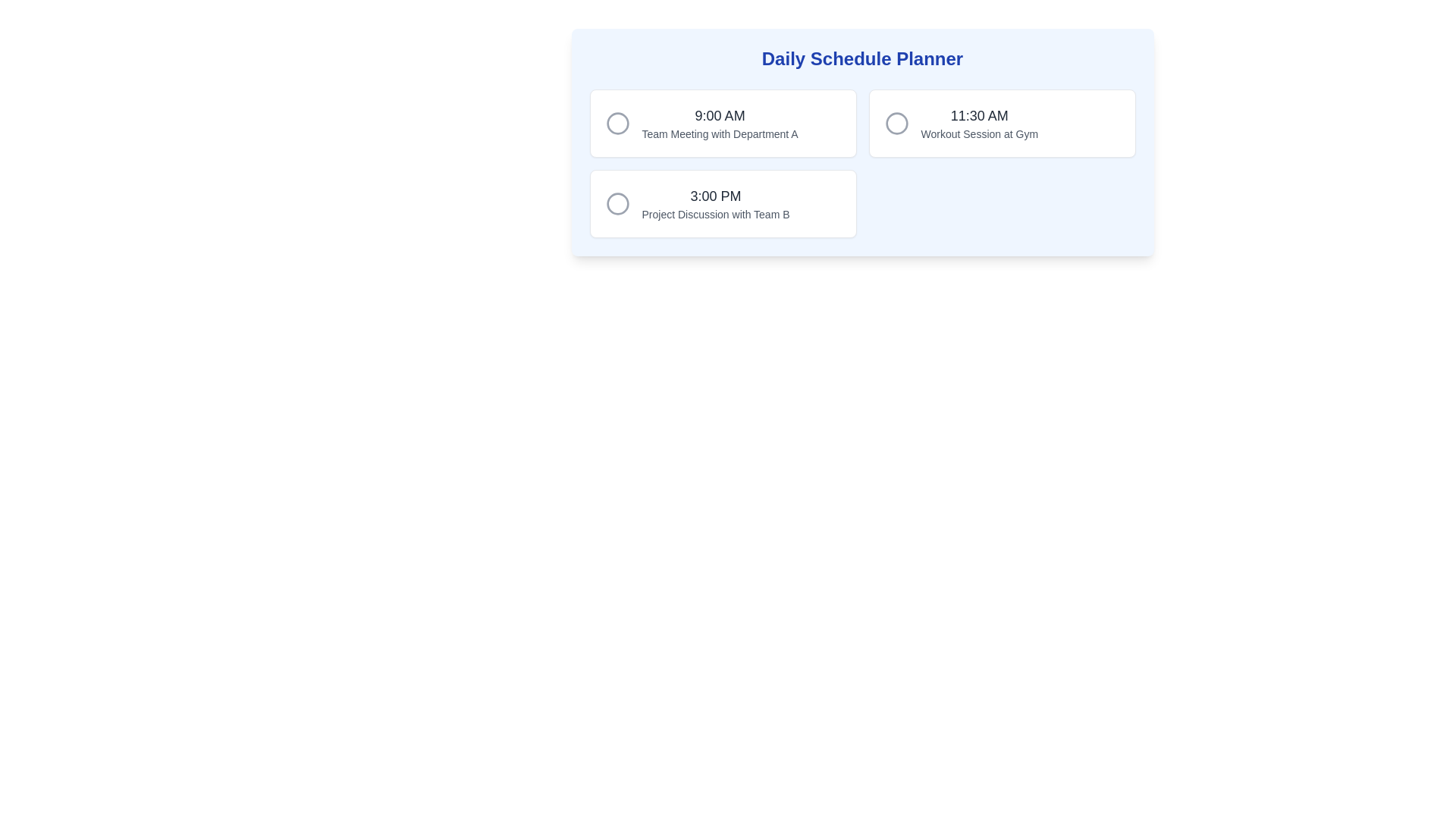 This screenshot has width=1456, height=819. What do you see at coordinates (617, 122) in the screenshot?
I see `the radio button next to the time slot labeled '9:00 AM - Team Meeting with Department A' in the Daily Schedule Planner interface for interaction` at bounding box center [617, 122].